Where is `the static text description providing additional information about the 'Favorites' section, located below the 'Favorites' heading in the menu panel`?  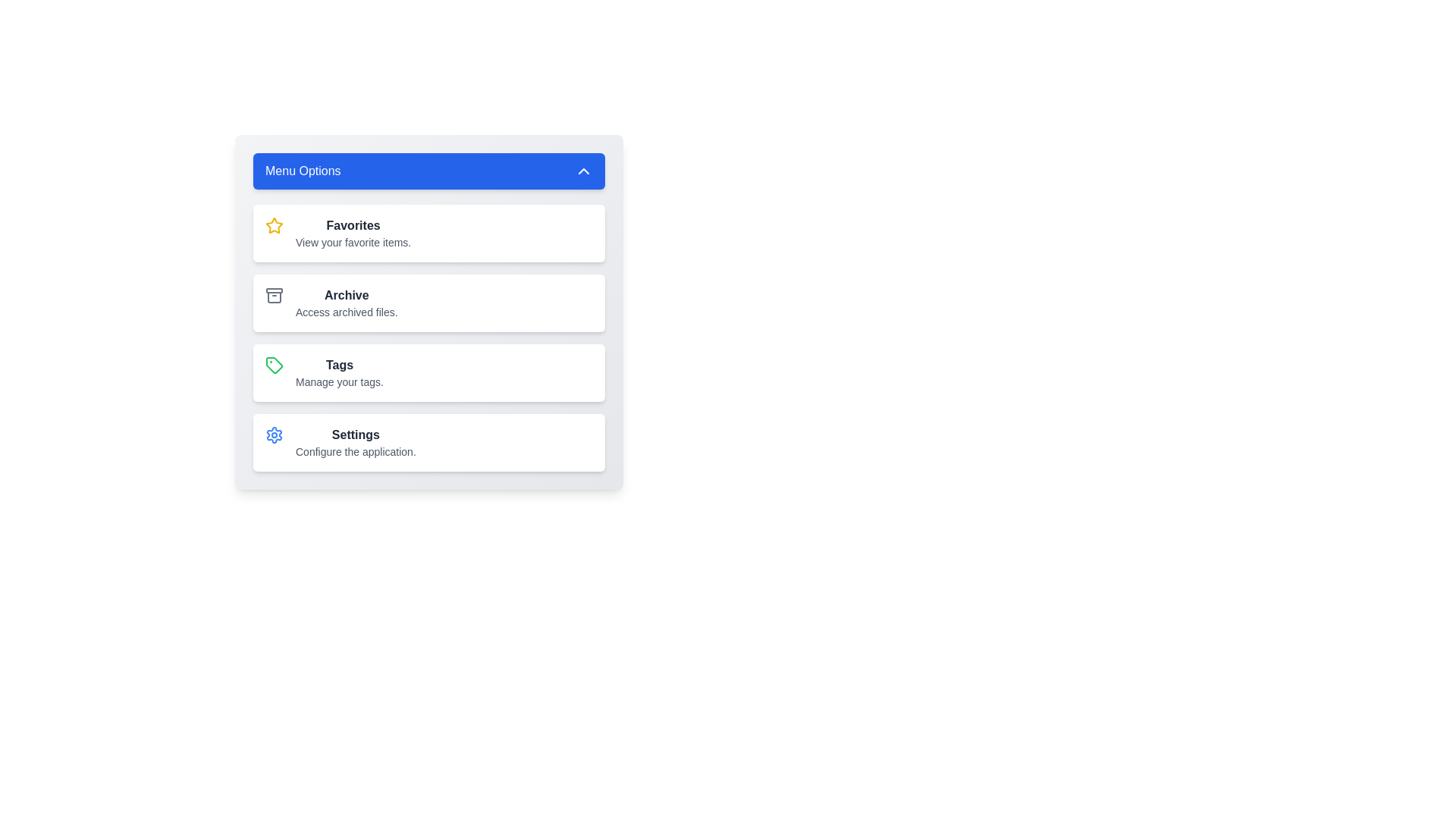
the static text description providing additional information about the 'Favorites' section, located below the 'Favorites' heading in the menu panel is located at coordinates (353, 242).